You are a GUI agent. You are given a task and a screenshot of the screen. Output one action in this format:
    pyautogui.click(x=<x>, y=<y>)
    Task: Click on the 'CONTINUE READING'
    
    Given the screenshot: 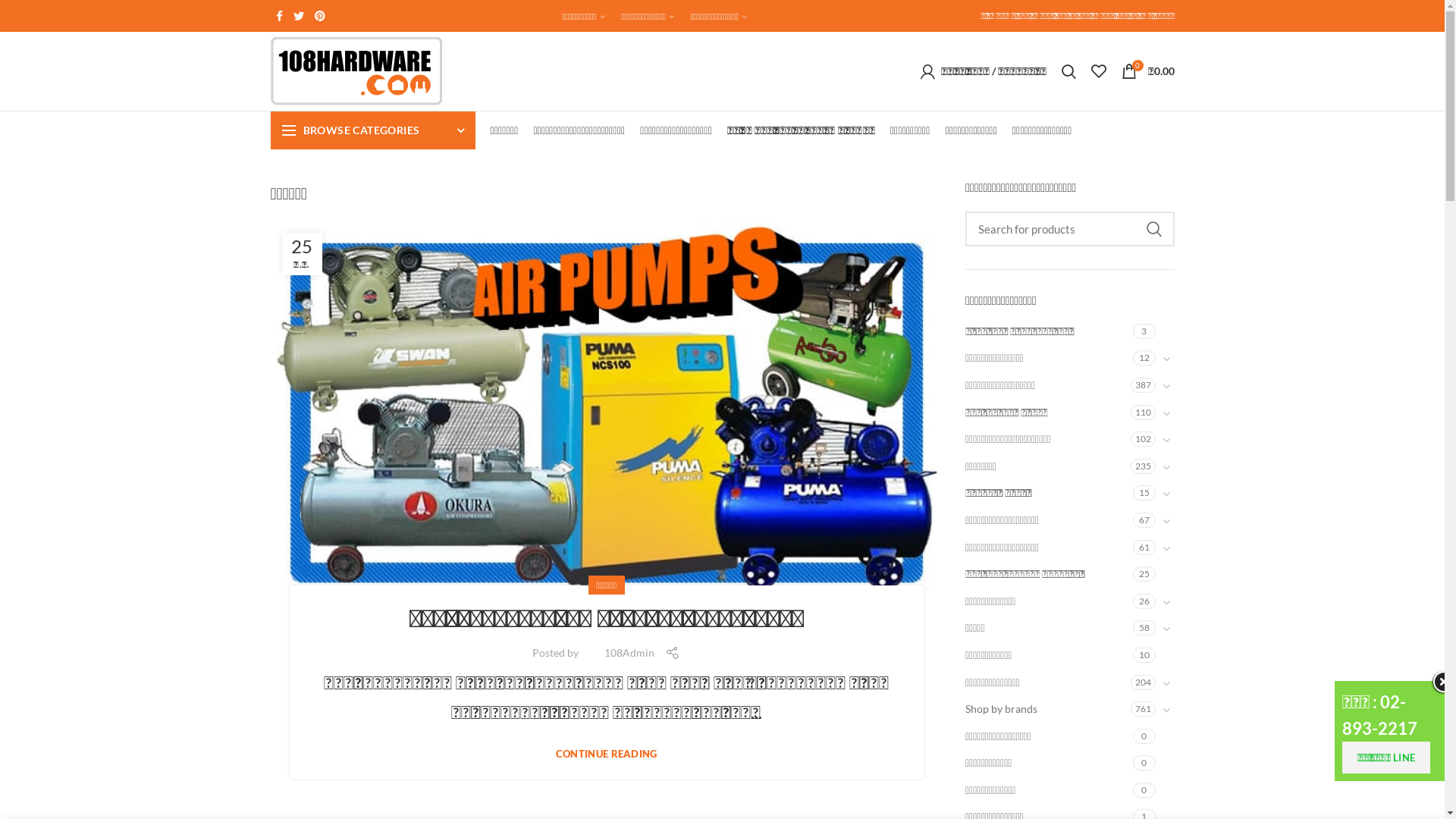 What is the action you would take?
    pyautogui.click(x=555, y=754)
    